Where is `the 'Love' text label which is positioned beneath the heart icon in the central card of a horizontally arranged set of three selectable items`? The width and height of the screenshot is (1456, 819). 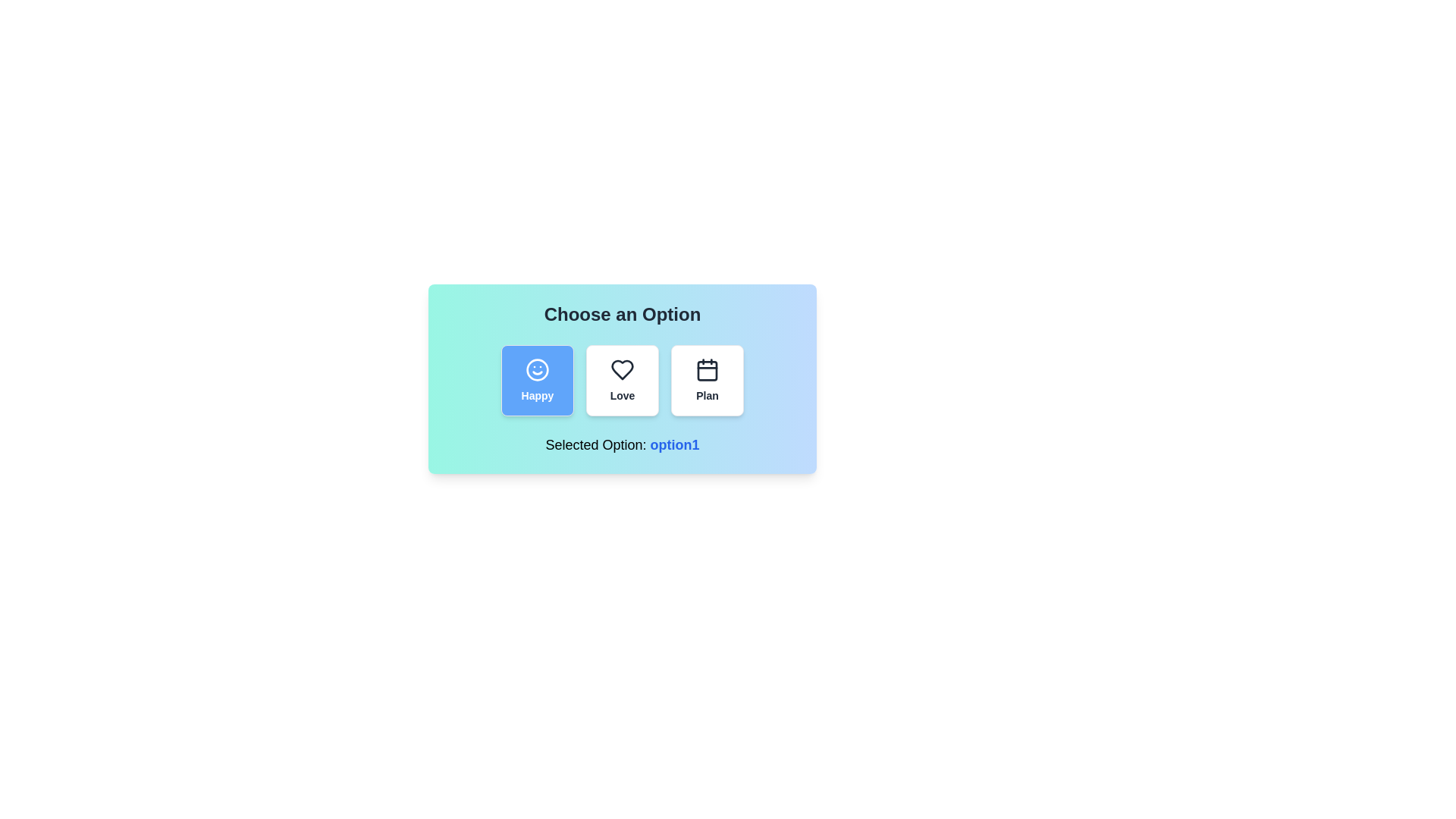 the 'Love' text label which is positioned beneath the heart icon in the central card of a horizontally arranged set of three selectable items is located at coordinates (622, 394).